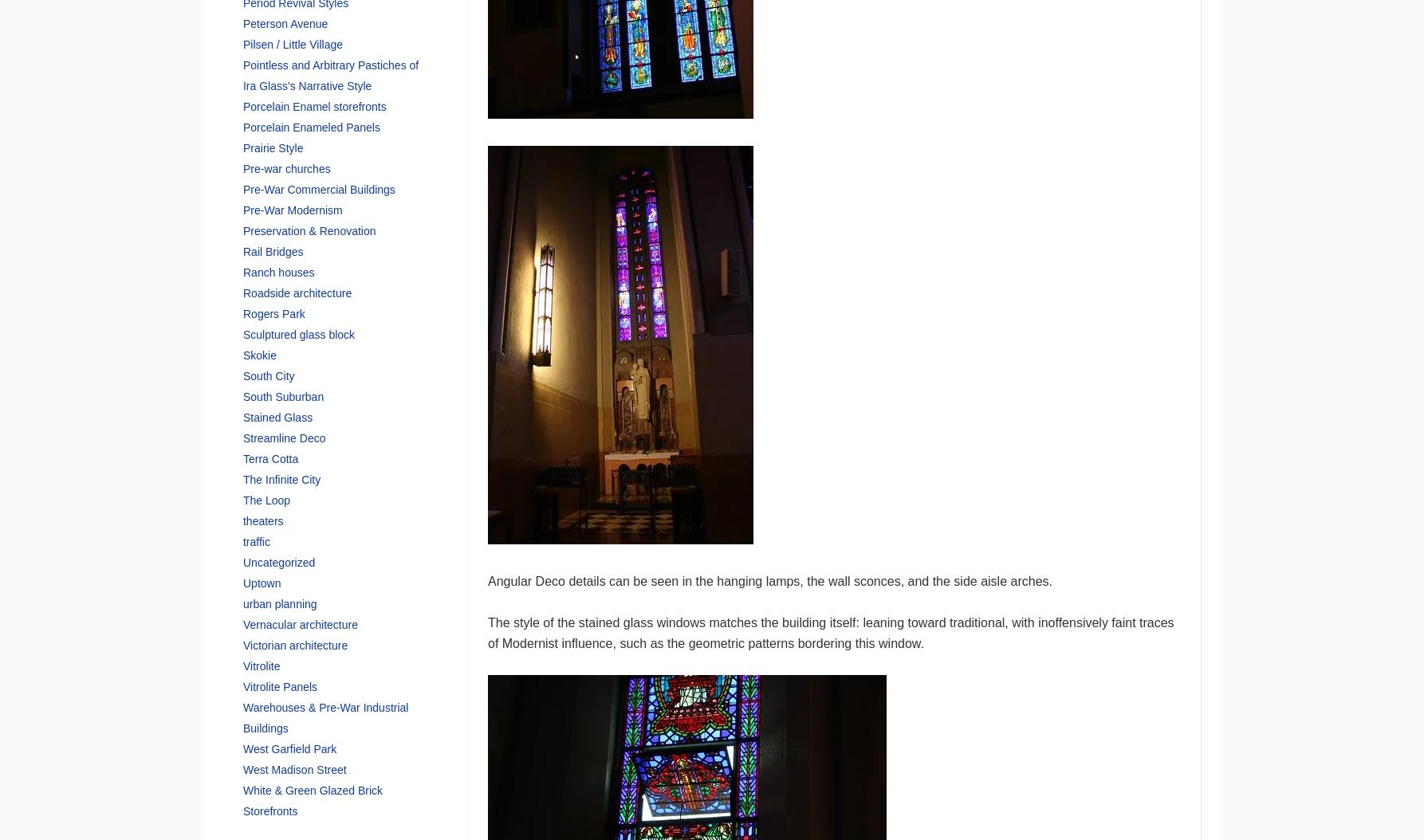 This screenshot has height=840, width=1424. What do you see at coordinates (292, 209) in the screenshot?
I see `'Pre-War Modernism'` at bounding box center [292, 209].